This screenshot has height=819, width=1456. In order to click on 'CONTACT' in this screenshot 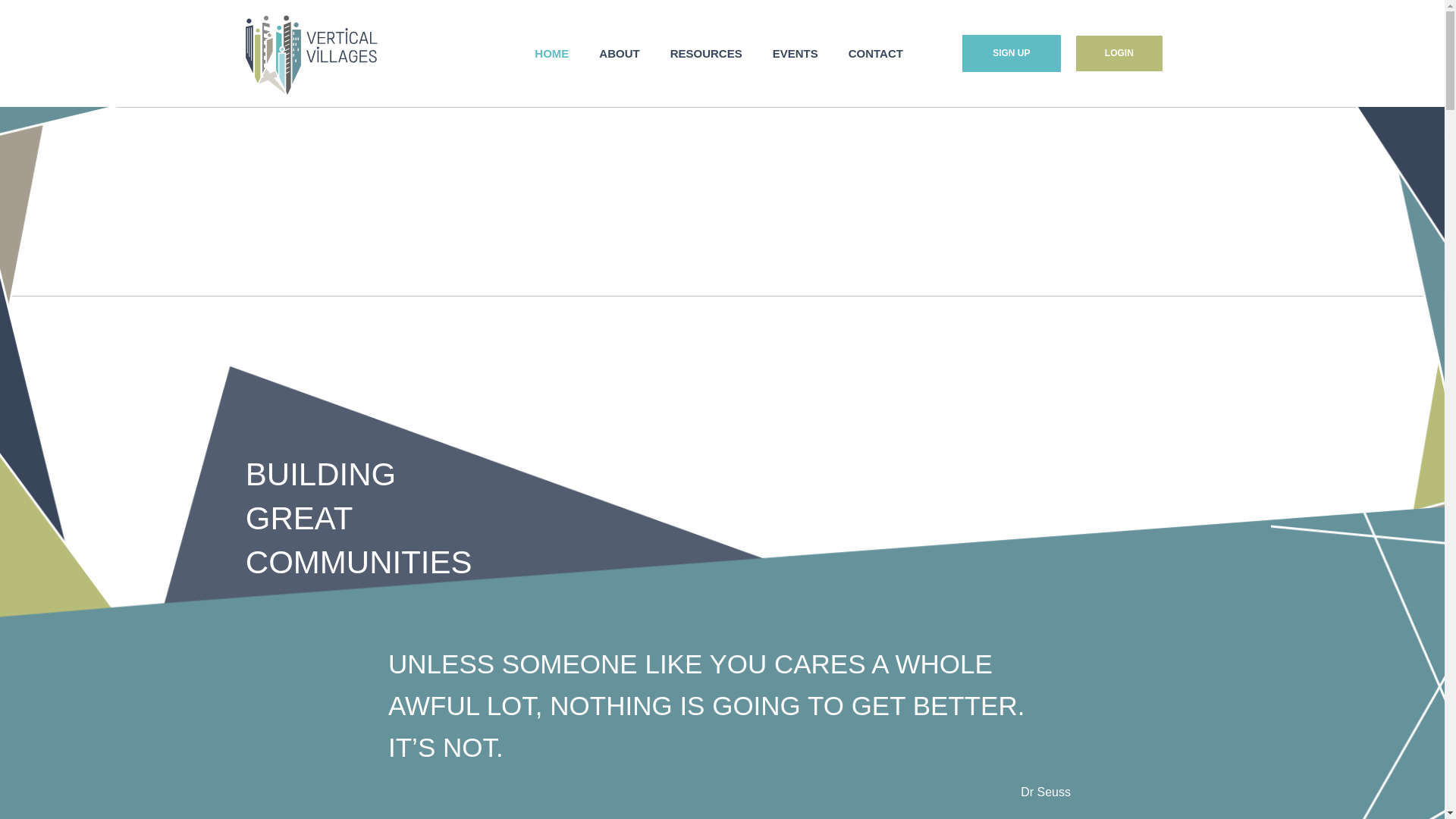, I will do `click(876, 52)`.